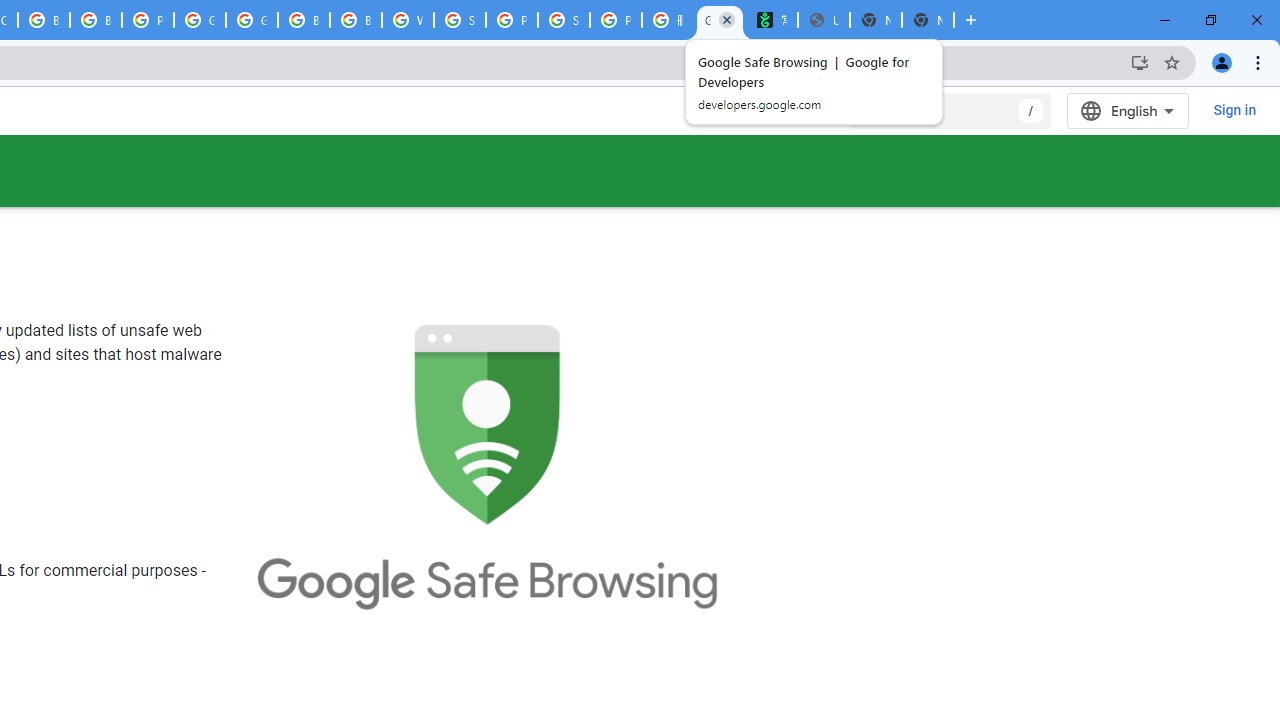 This screenshot has height=720, width=1280. I want to click on 'Untitled', so click(823, 20).